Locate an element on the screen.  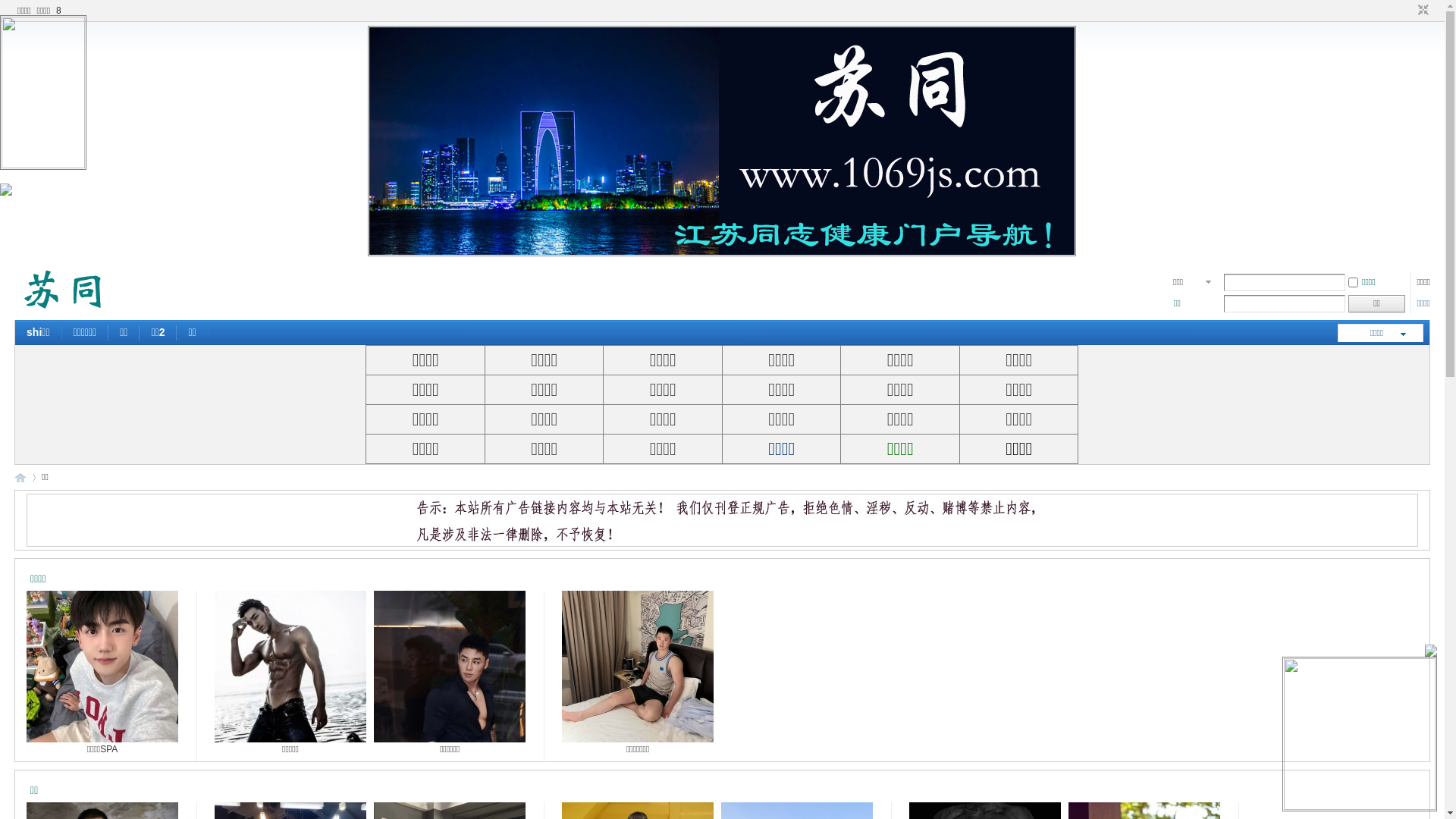
'8' is located at coordinates (53, 11).